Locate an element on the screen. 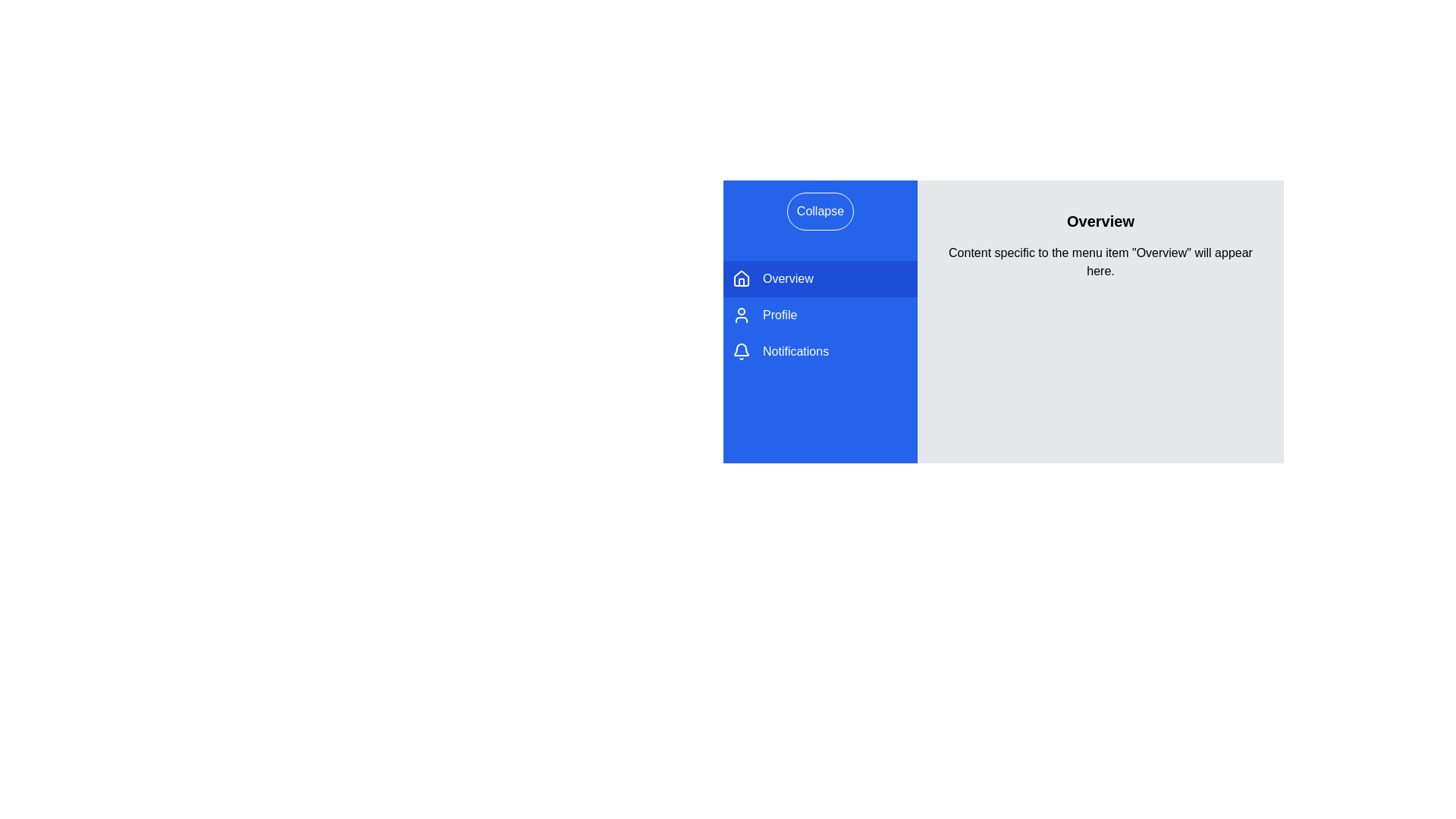 The width and height of the screenshot is (1456, 819). the small, house-shaped icon with blue and white accents located in the vertical navigation bar next to the 'Overview' text is located at coordinates (742, 278).